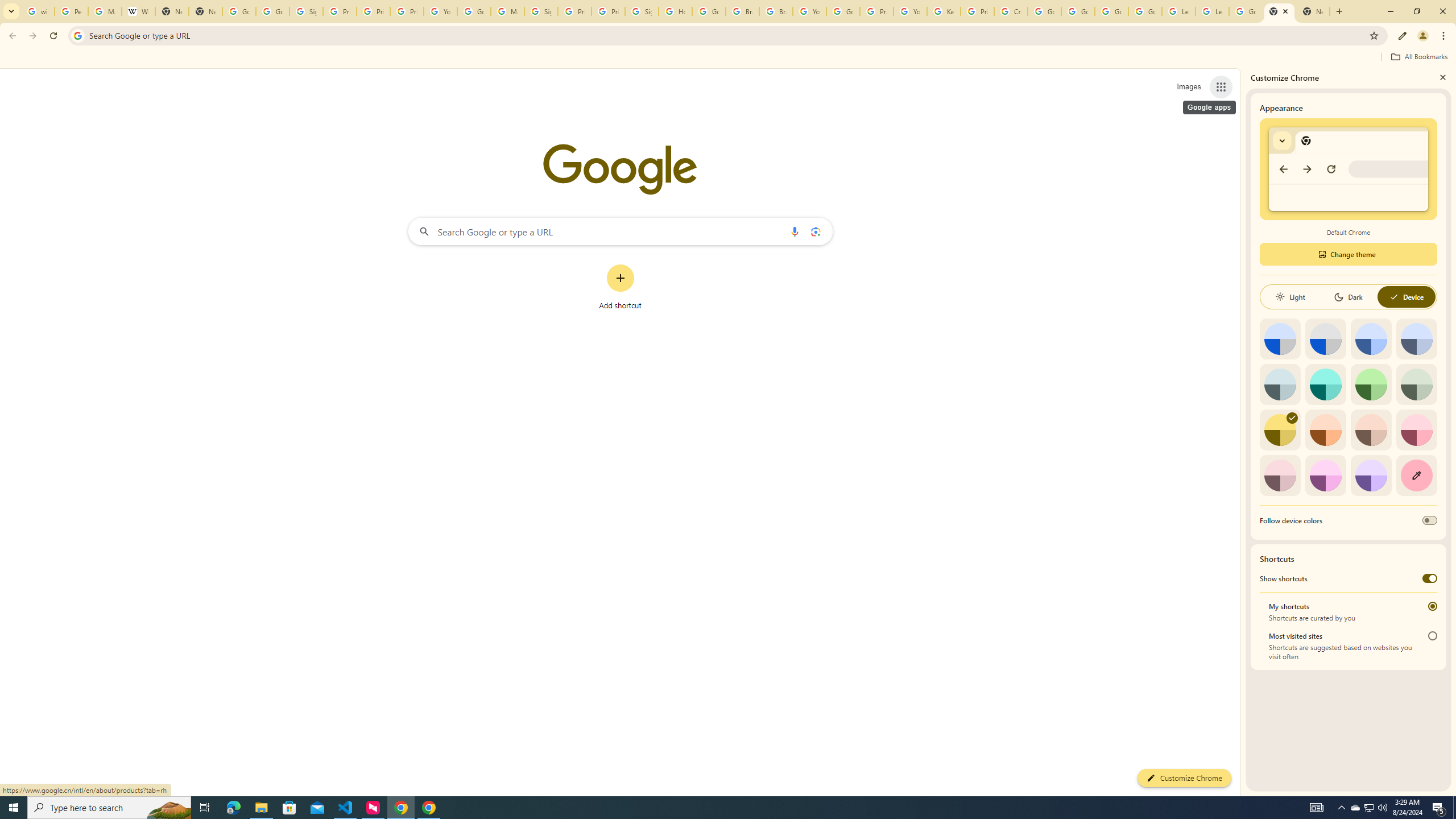 The image size is (1456, 819). I want to click on 'Wikipedia:Edit requests - Wikipedia', so click(138, 11).